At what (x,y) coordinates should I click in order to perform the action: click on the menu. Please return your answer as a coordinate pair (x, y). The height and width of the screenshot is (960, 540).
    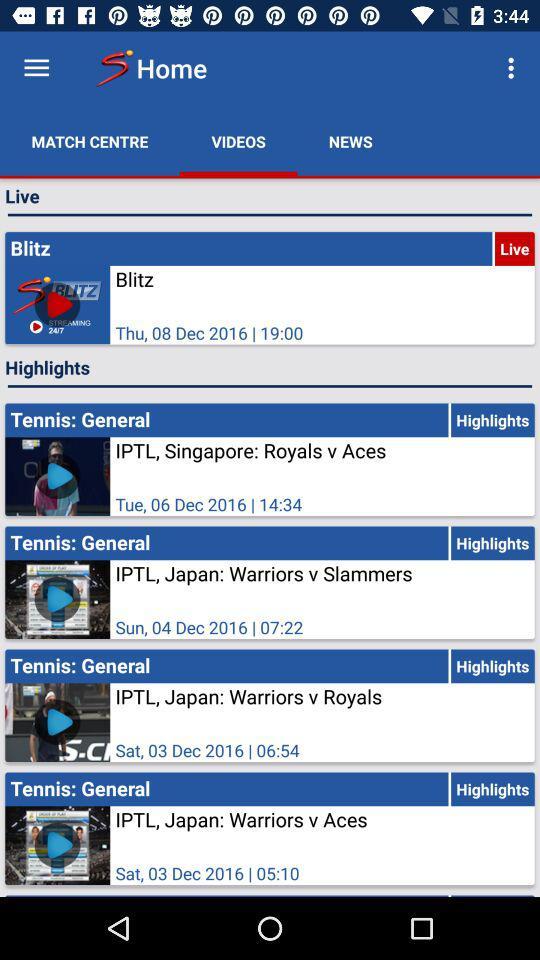
    Looking at the image, I should click on (36, 68).